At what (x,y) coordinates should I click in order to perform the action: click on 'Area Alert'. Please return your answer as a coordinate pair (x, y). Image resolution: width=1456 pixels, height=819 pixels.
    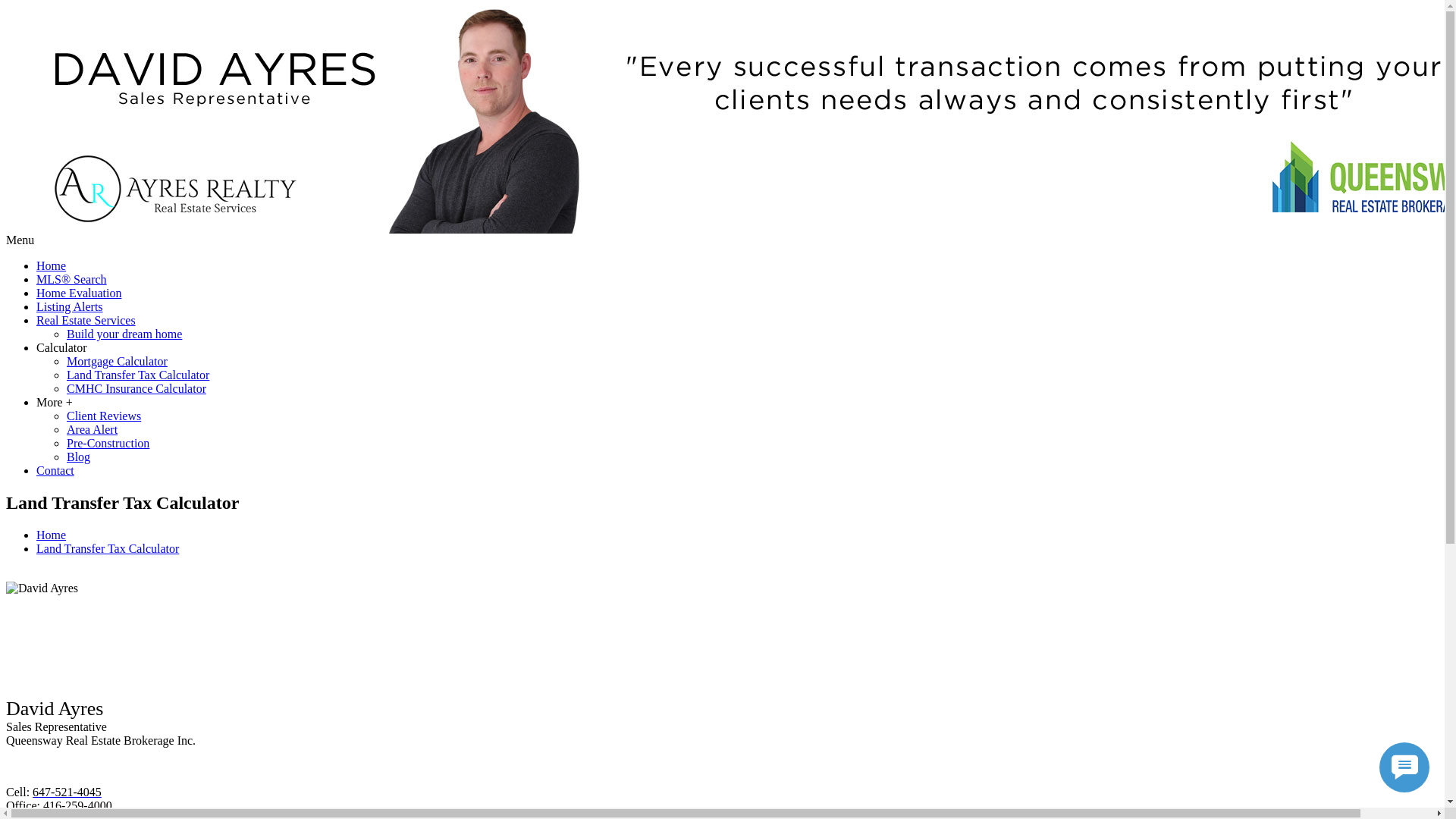
    Looking at the image, I should click on (91, 429).